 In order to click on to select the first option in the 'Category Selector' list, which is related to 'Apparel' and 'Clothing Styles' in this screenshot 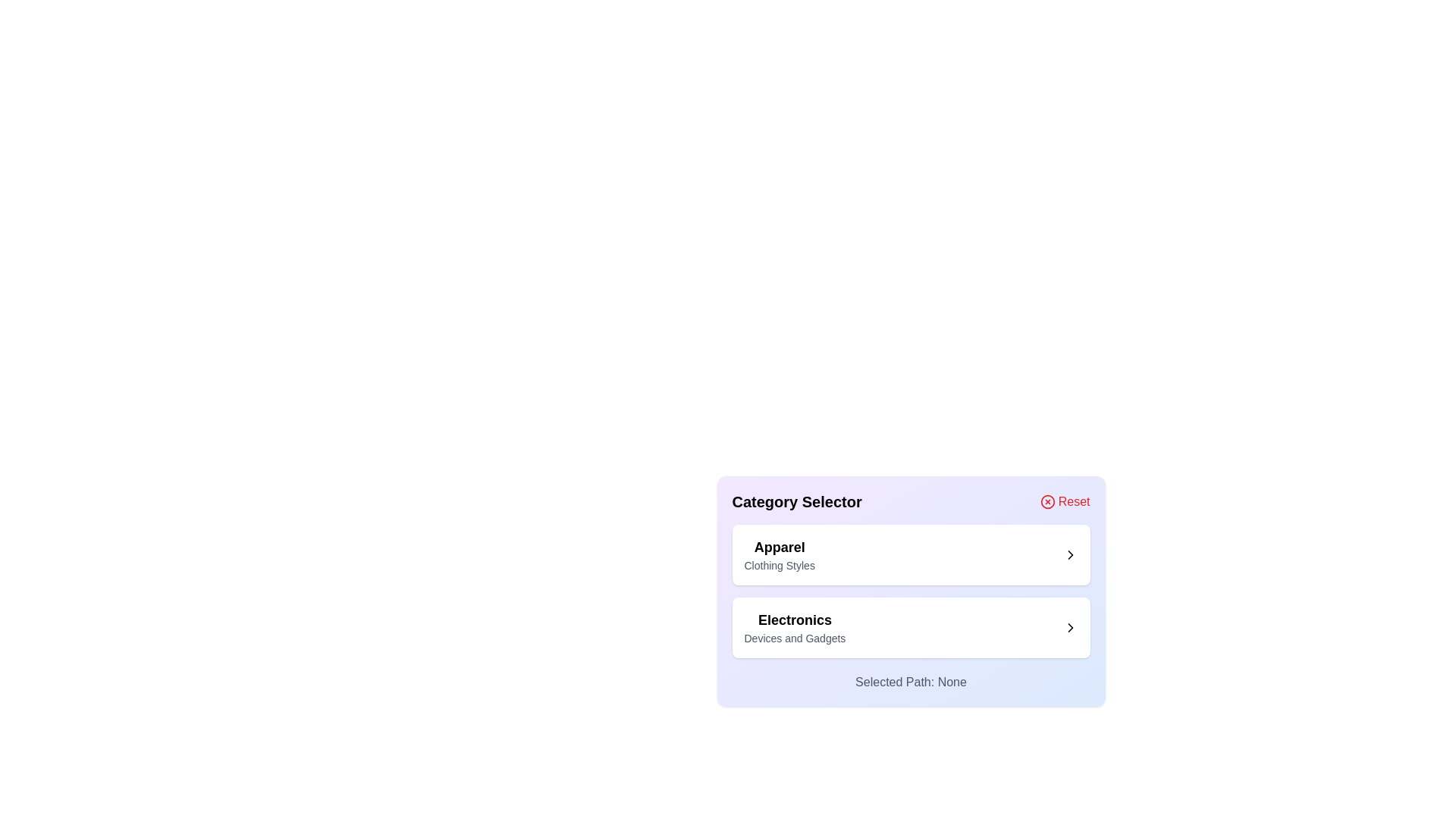, I will do `click(779, 555)`.